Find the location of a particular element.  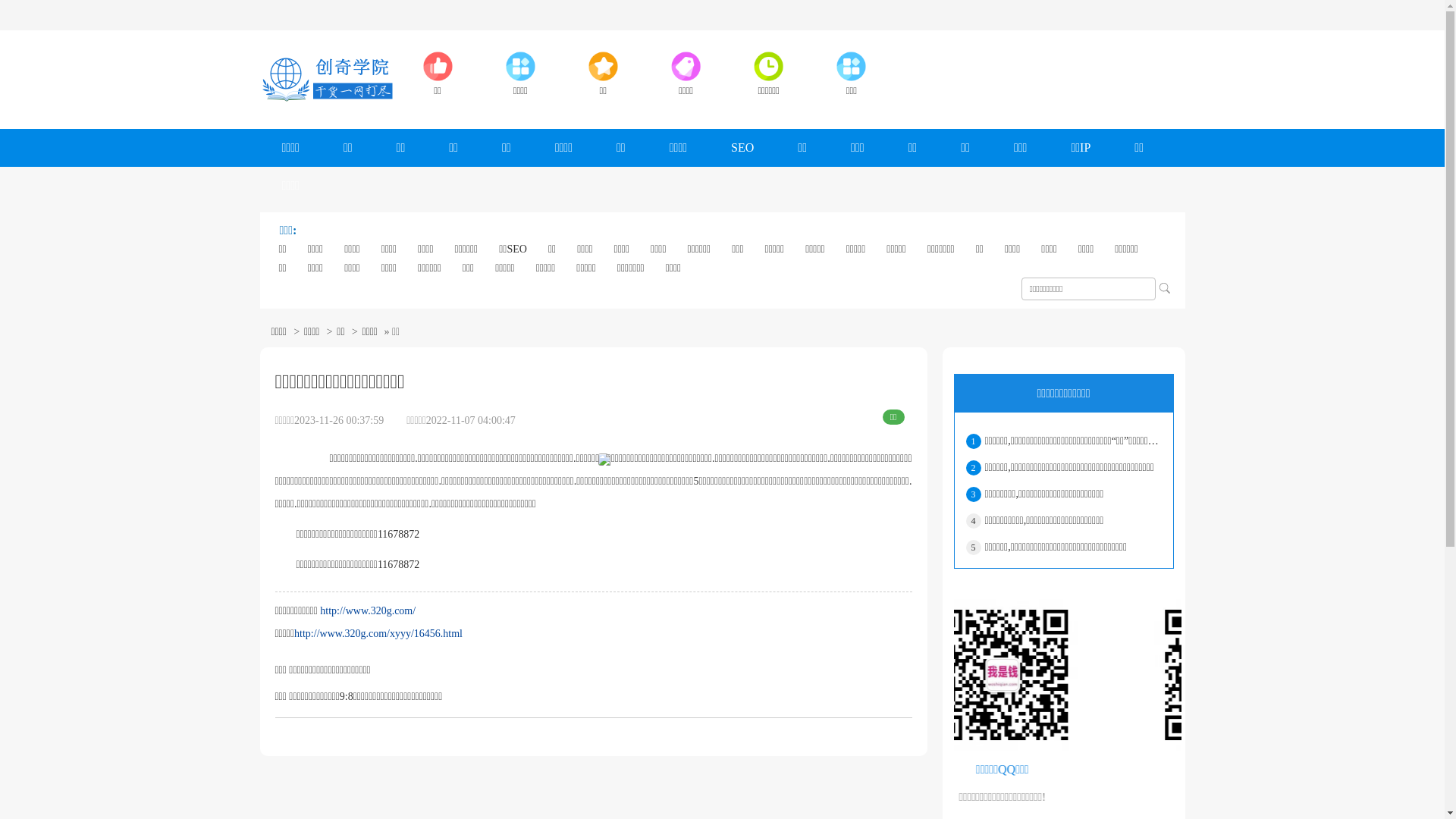

'http://www.320g.com/xyyy/16456.html' is located at coordinates (294, 633).